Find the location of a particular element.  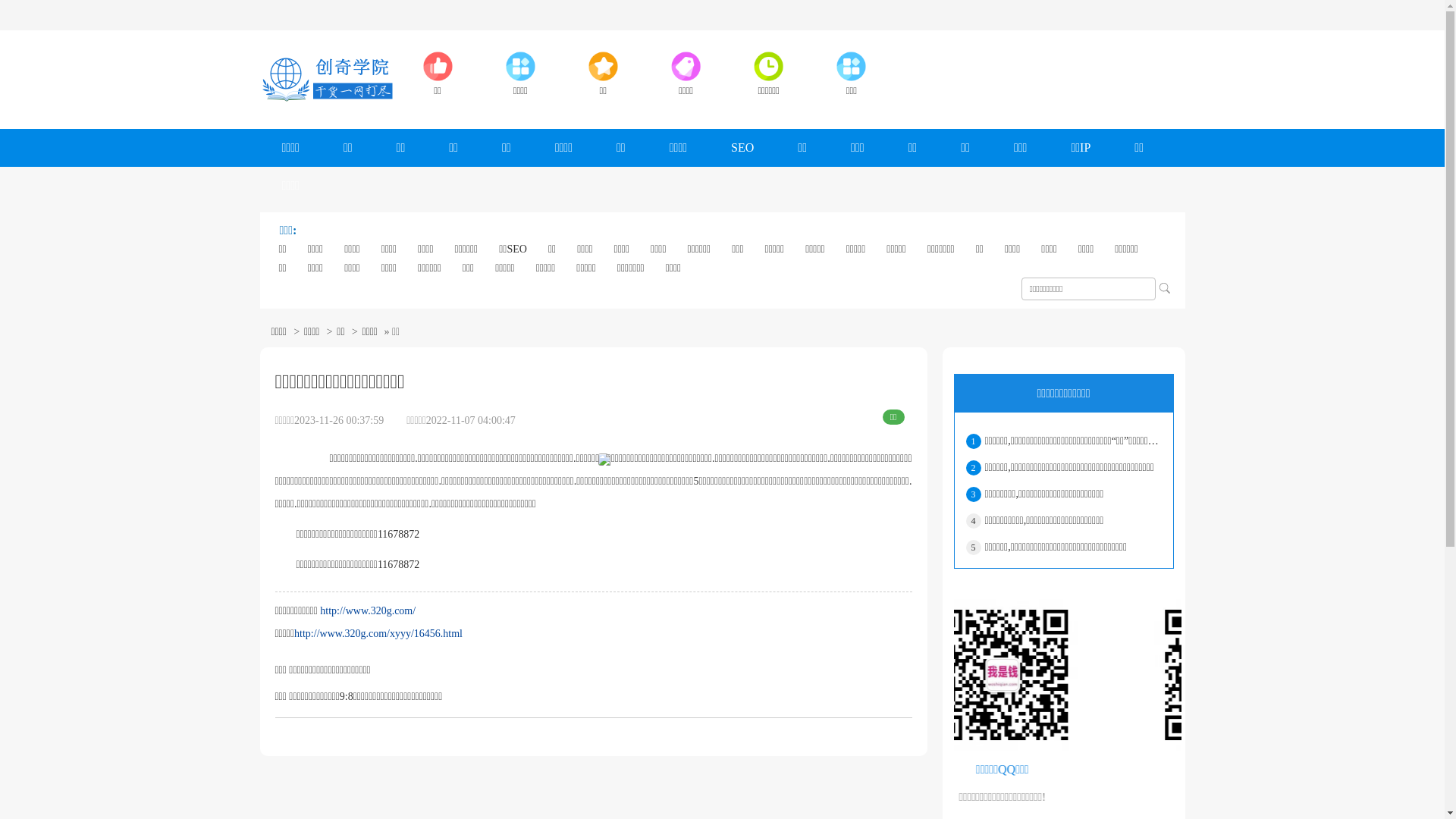

'http://www.320g.com/xyyy/16456.html' is located at coordinates (294, 633).